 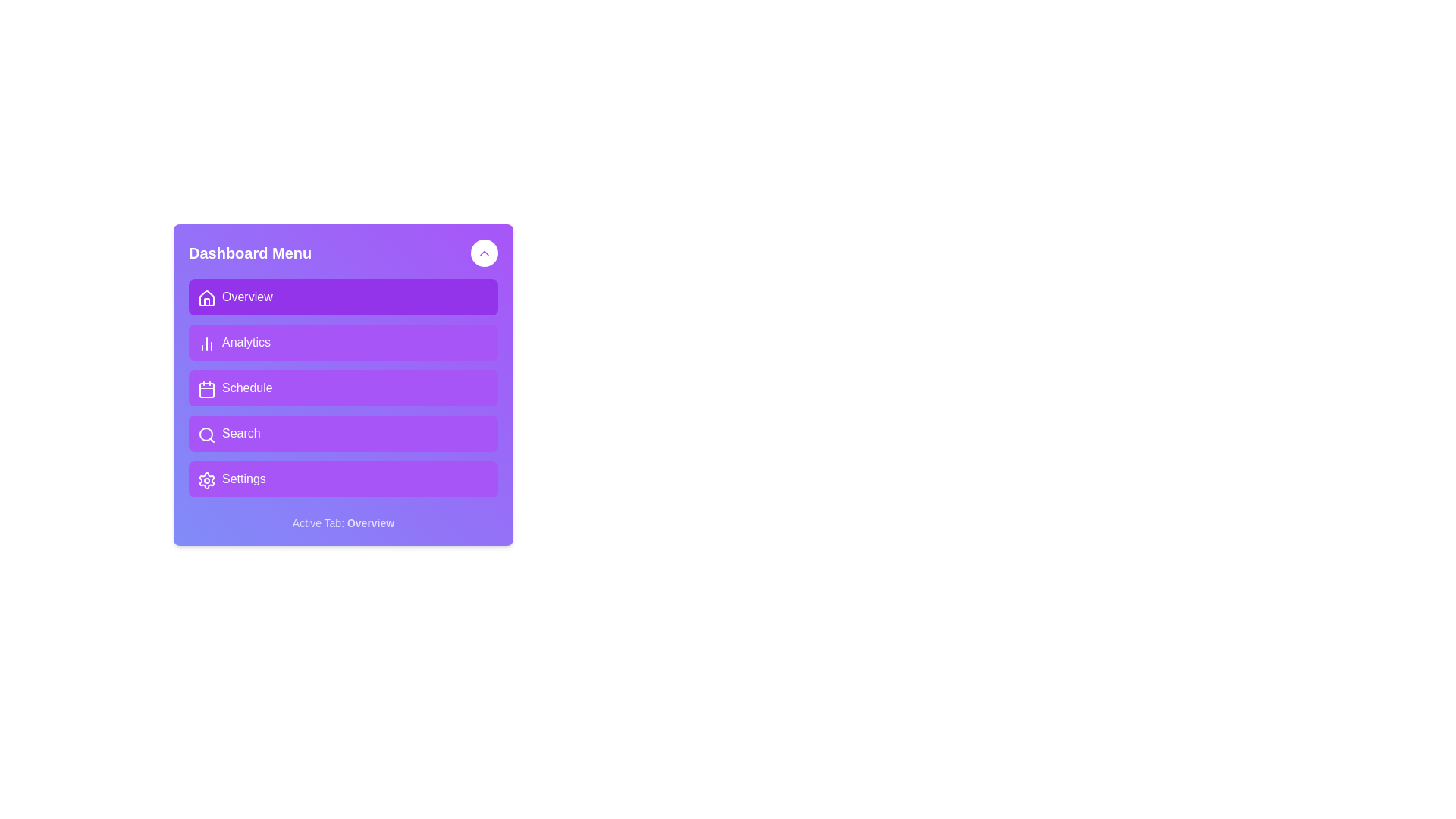 I want to click on the search icon located in the vertical navigation menu, which is the fourth icon in the list, to initiate a search, so click(x=206, y=435).